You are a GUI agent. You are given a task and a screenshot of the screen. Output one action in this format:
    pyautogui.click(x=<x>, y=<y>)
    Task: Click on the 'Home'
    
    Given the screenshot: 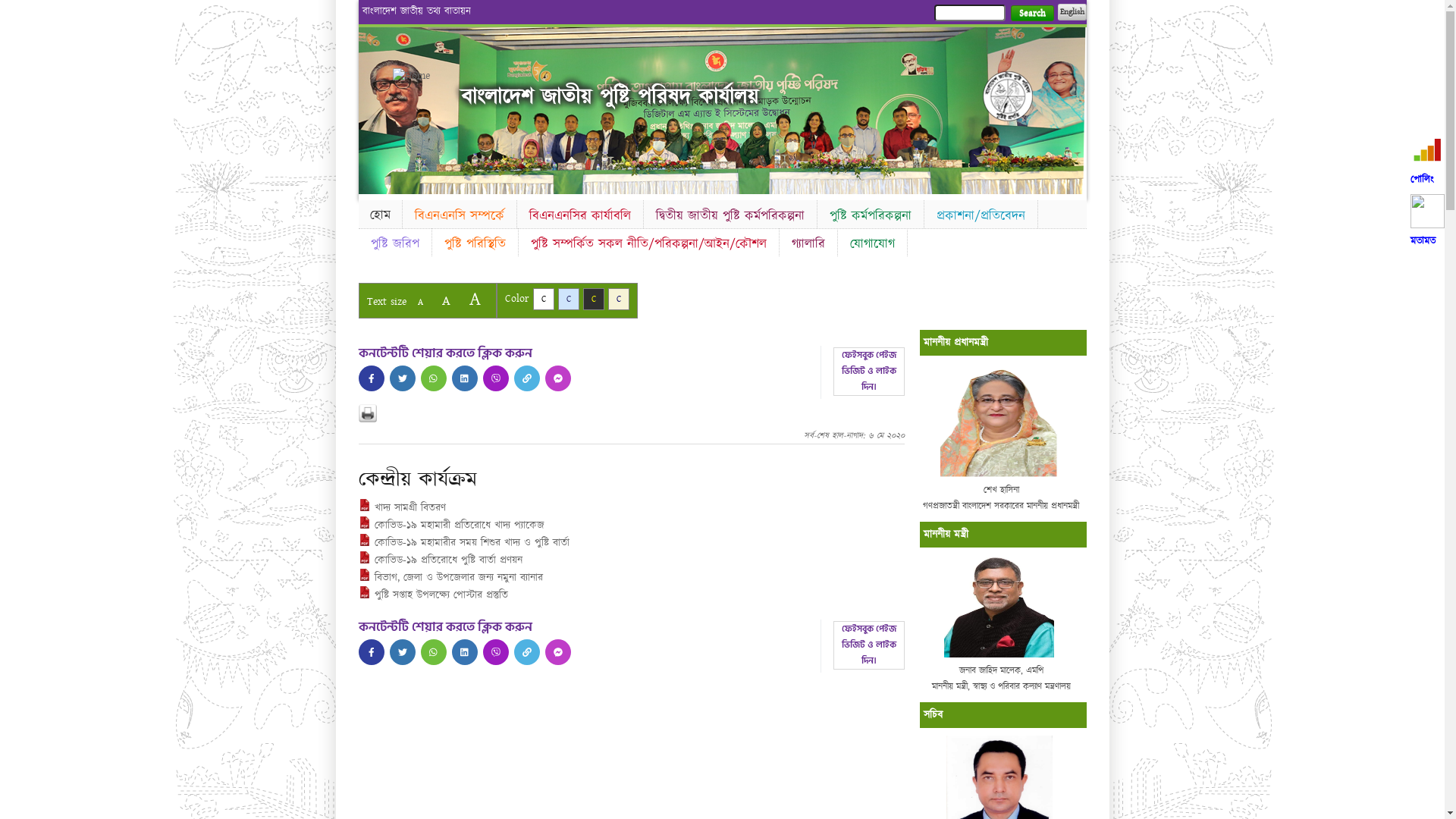 What is the action you would take?
    pyautogui.click(x=393, y=76)
    